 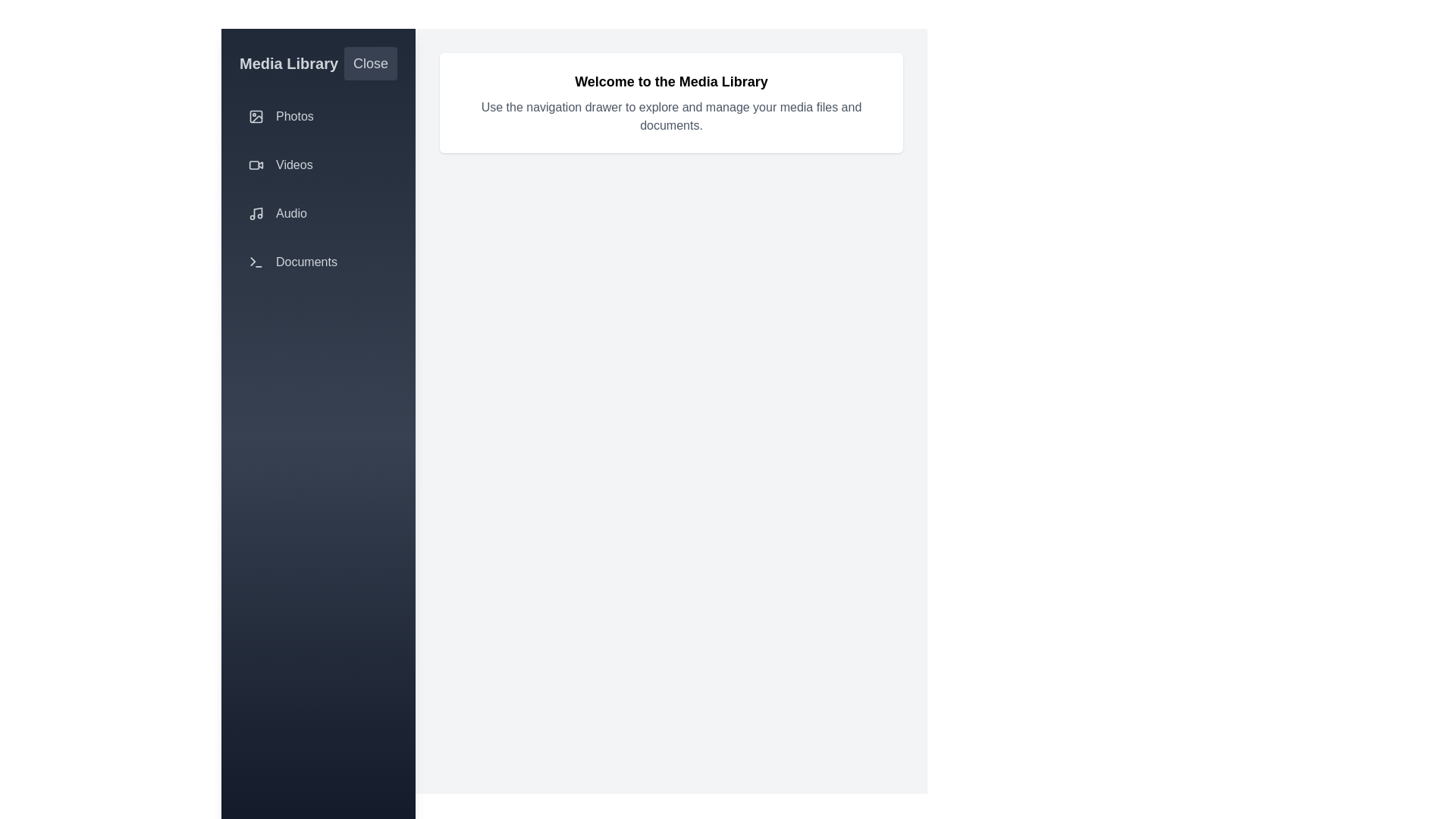 What do you see at coordinates (318, 262) in the screenshot?
I see `the navigation item corresponding to Documents` at bounding box center [318, 262].